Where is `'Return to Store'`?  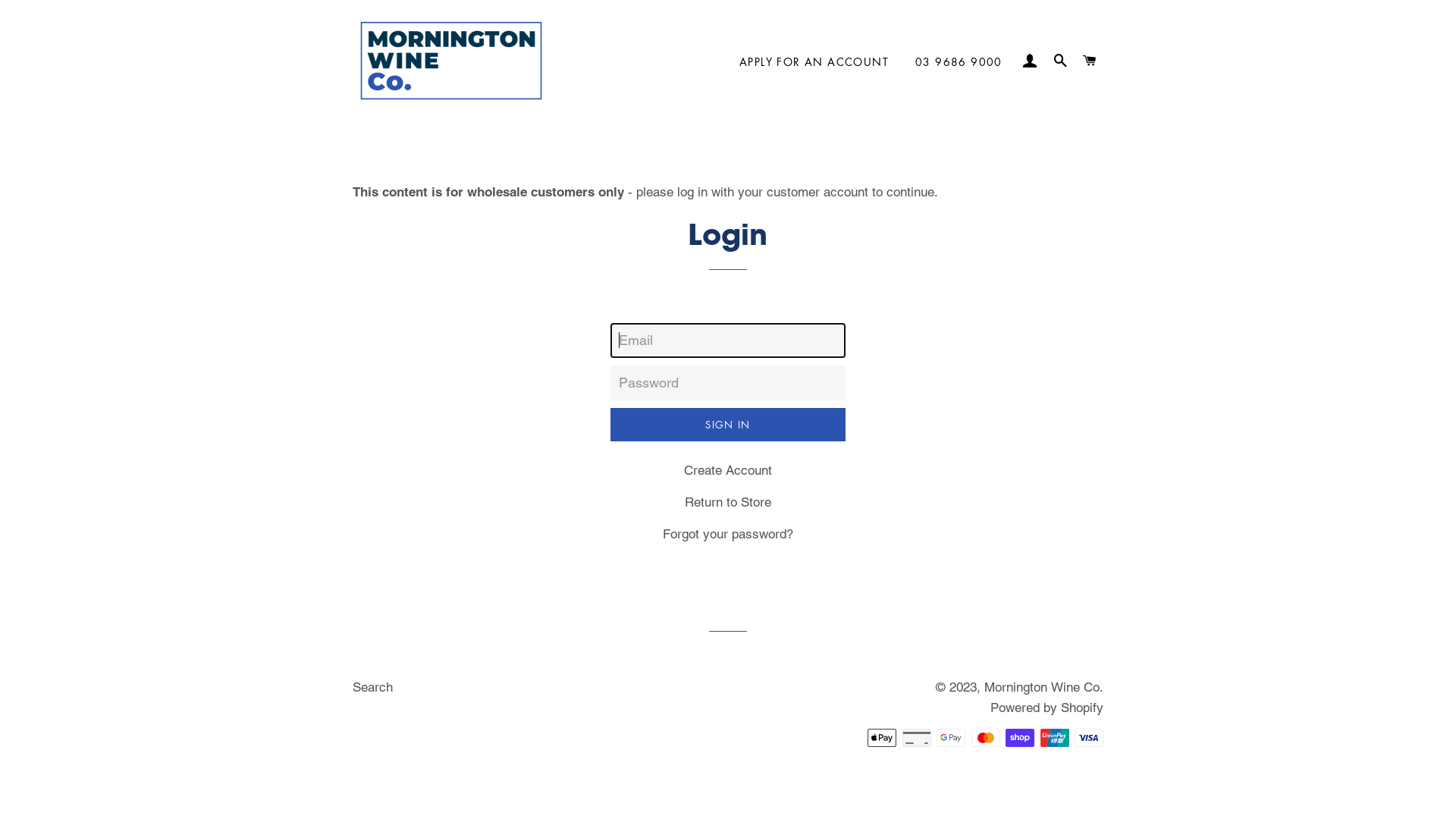 'Return to Store' is located at coordinates (683, 502).